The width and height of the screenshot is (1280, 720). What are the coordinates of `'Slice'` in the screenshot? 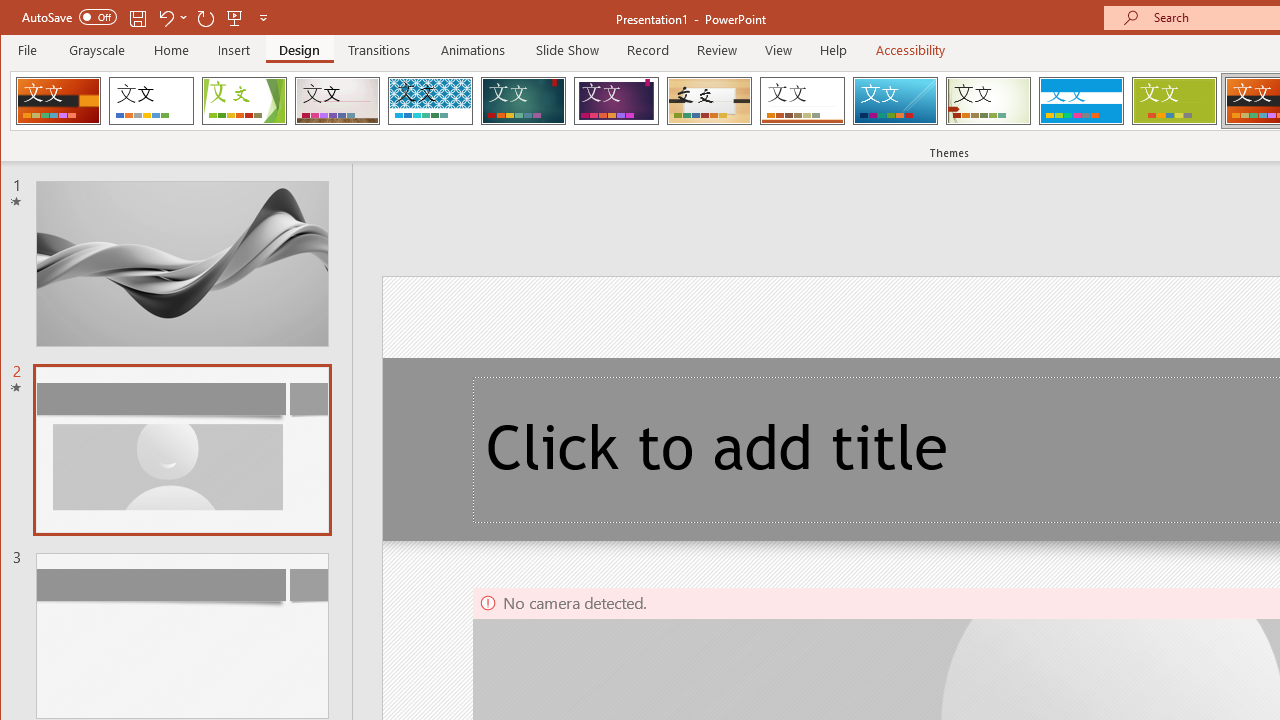 It's located at (894, 100).